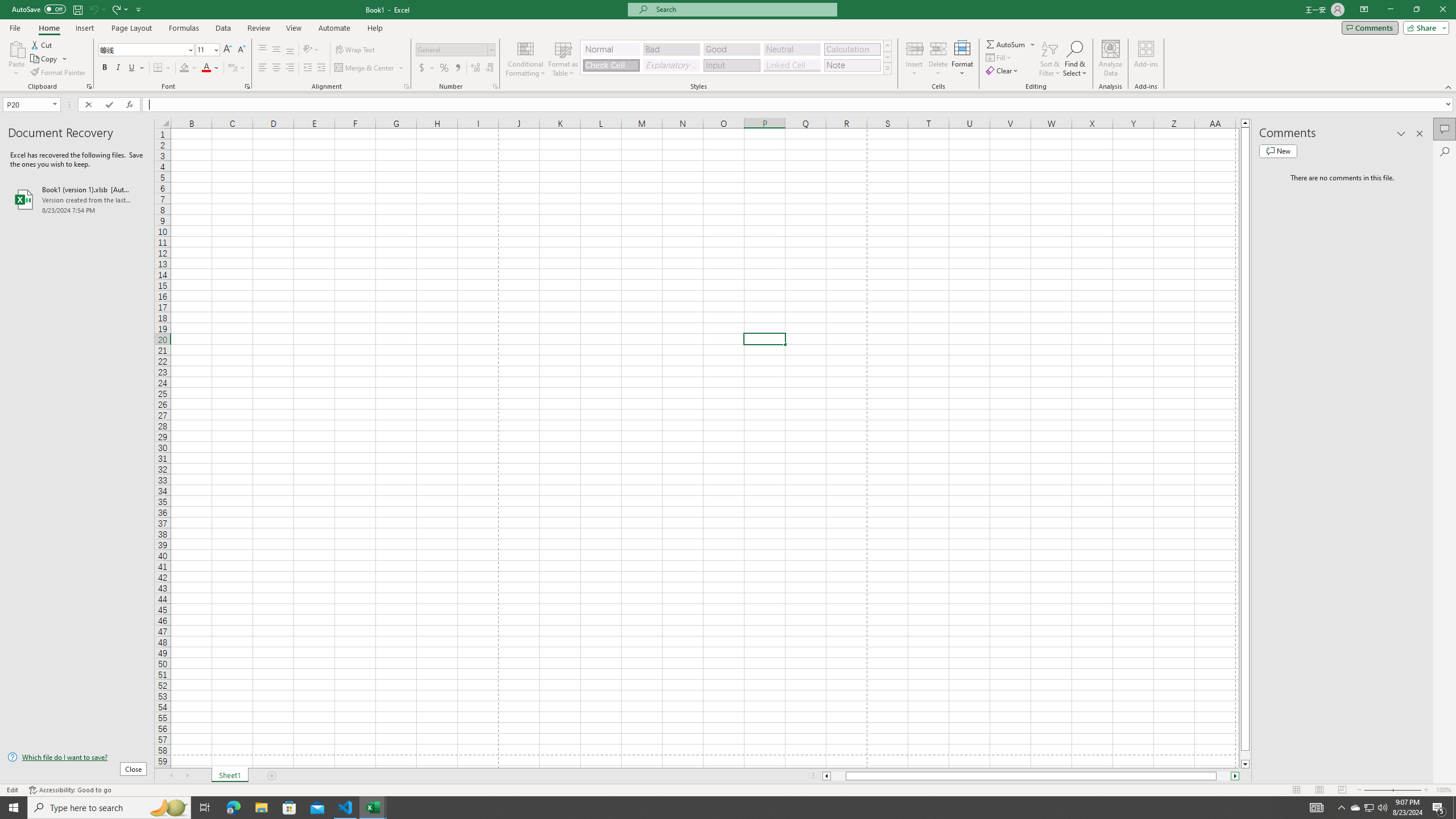 This screenshot has height=819, width=1456. Describe the element at coordinates (887, 68) in the screenshot. I see `'Cell Styles'` at that location.